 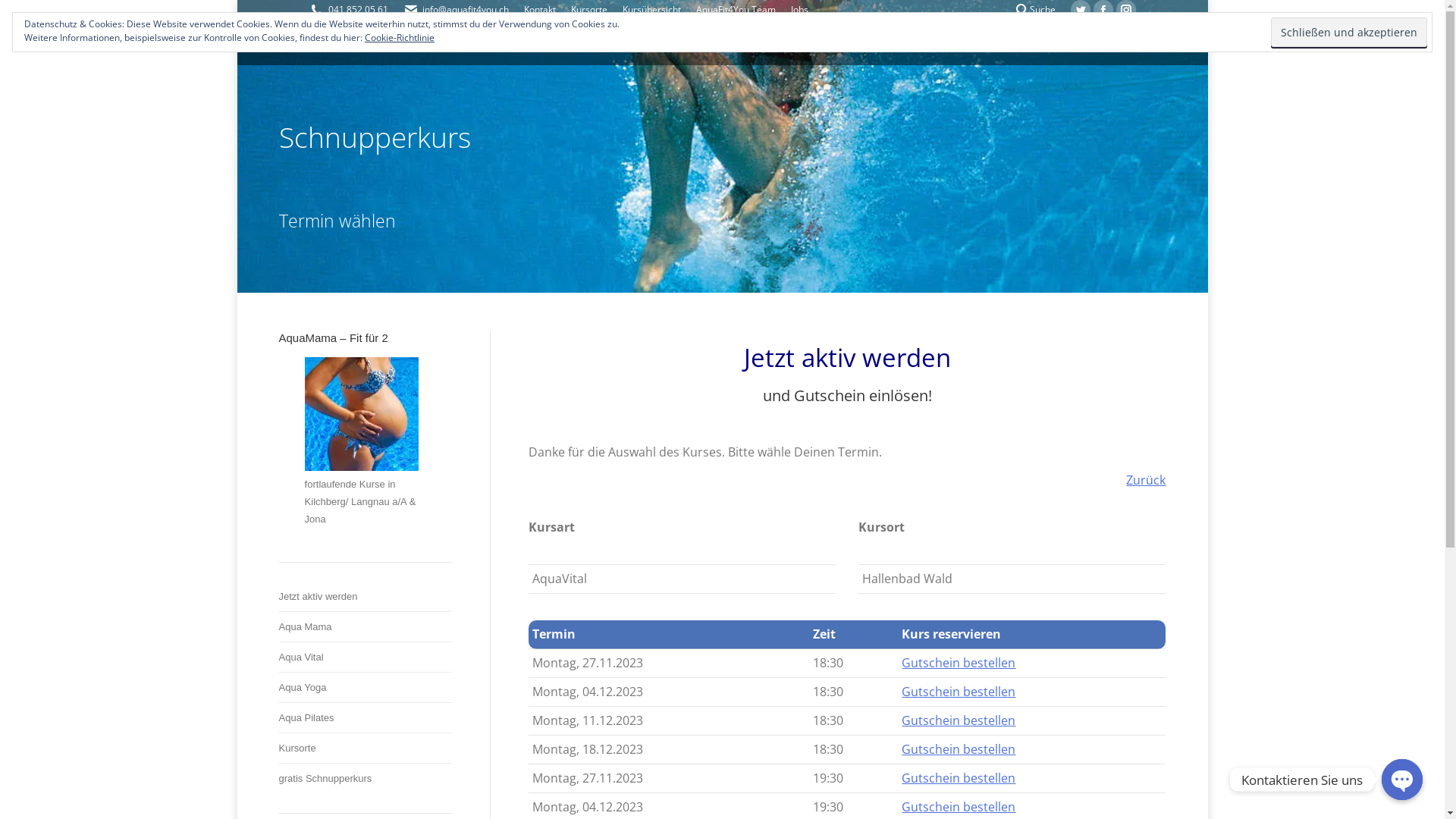 I want to click on 'Suche', so click(x=1033, y=9).